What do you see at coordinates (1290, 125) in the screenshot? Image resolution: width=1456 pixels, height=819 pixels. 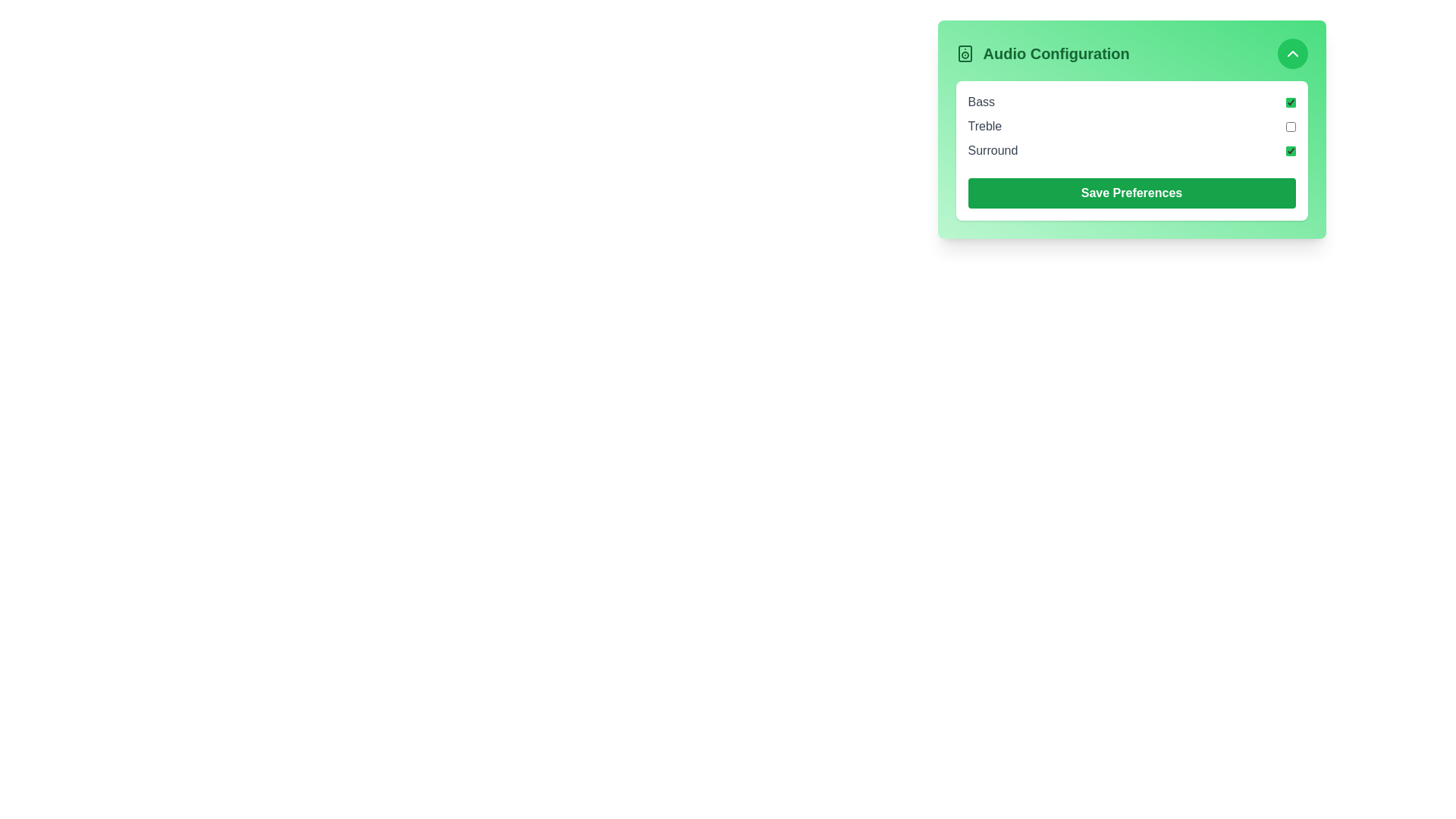 I see `the 'Treble' audio setting checkbox` at bounding box center [1290, 125].